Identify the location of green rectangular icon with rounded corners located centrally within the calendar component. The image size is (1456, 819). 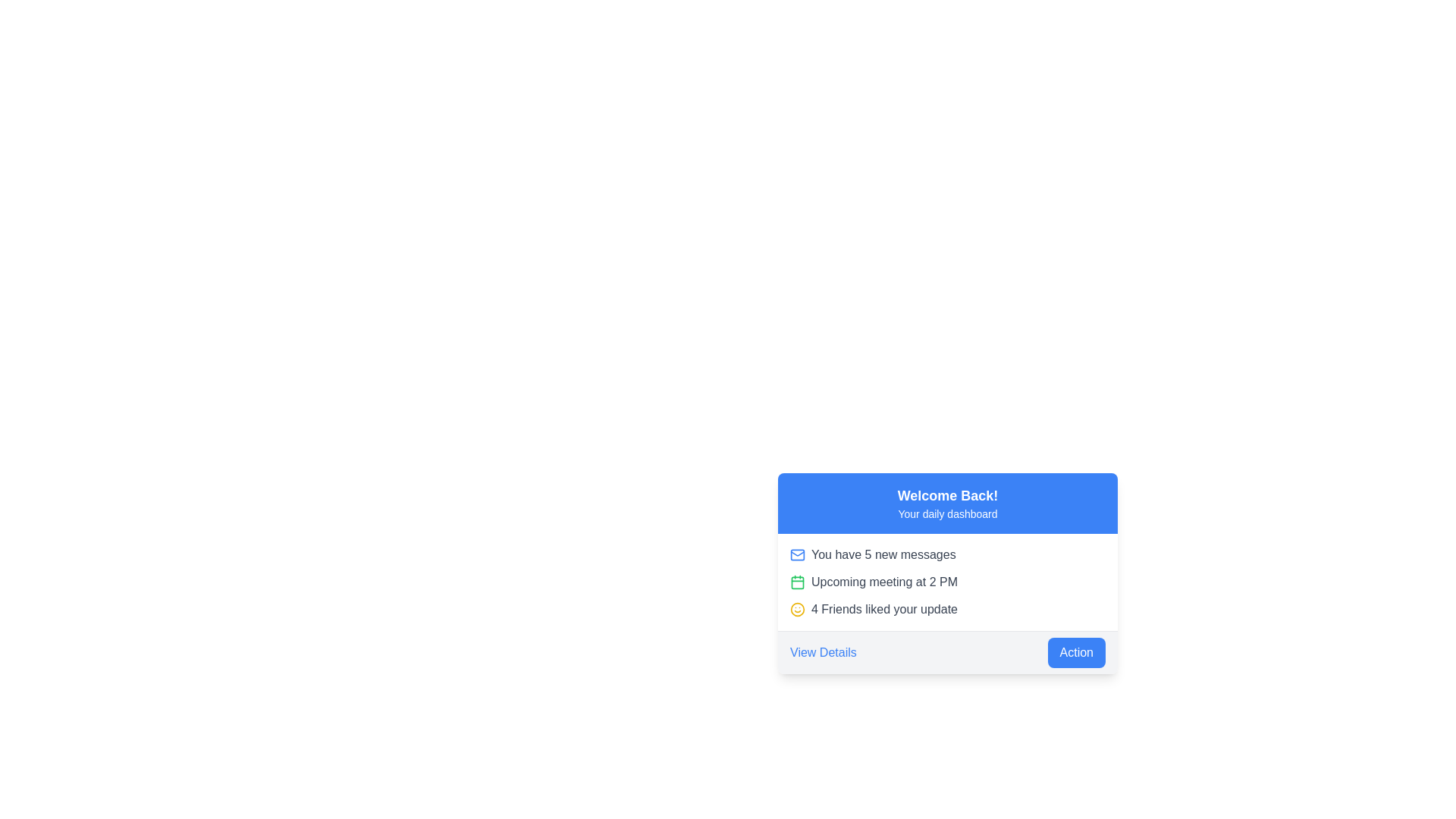
(796, 581).